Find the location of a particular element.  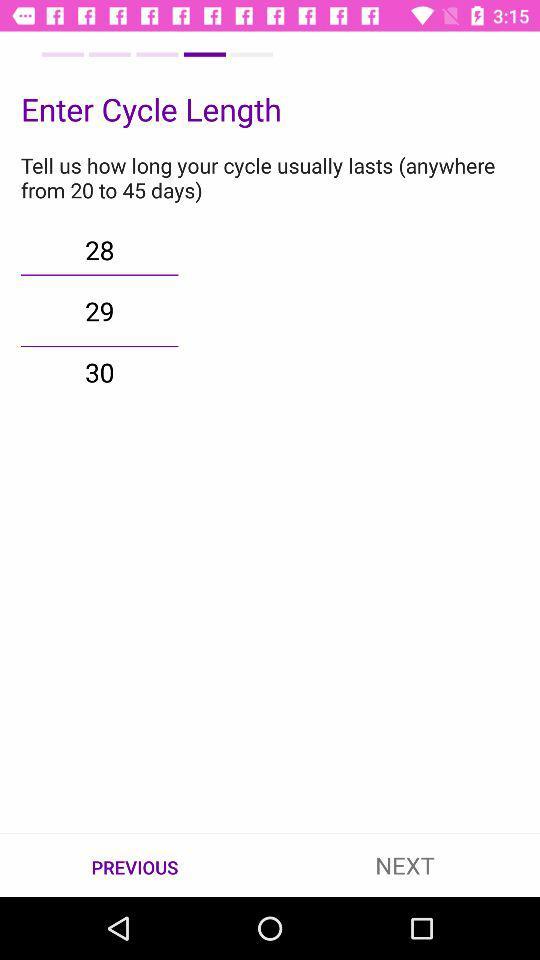

icon next to previous is located at coordinates (405, 864).